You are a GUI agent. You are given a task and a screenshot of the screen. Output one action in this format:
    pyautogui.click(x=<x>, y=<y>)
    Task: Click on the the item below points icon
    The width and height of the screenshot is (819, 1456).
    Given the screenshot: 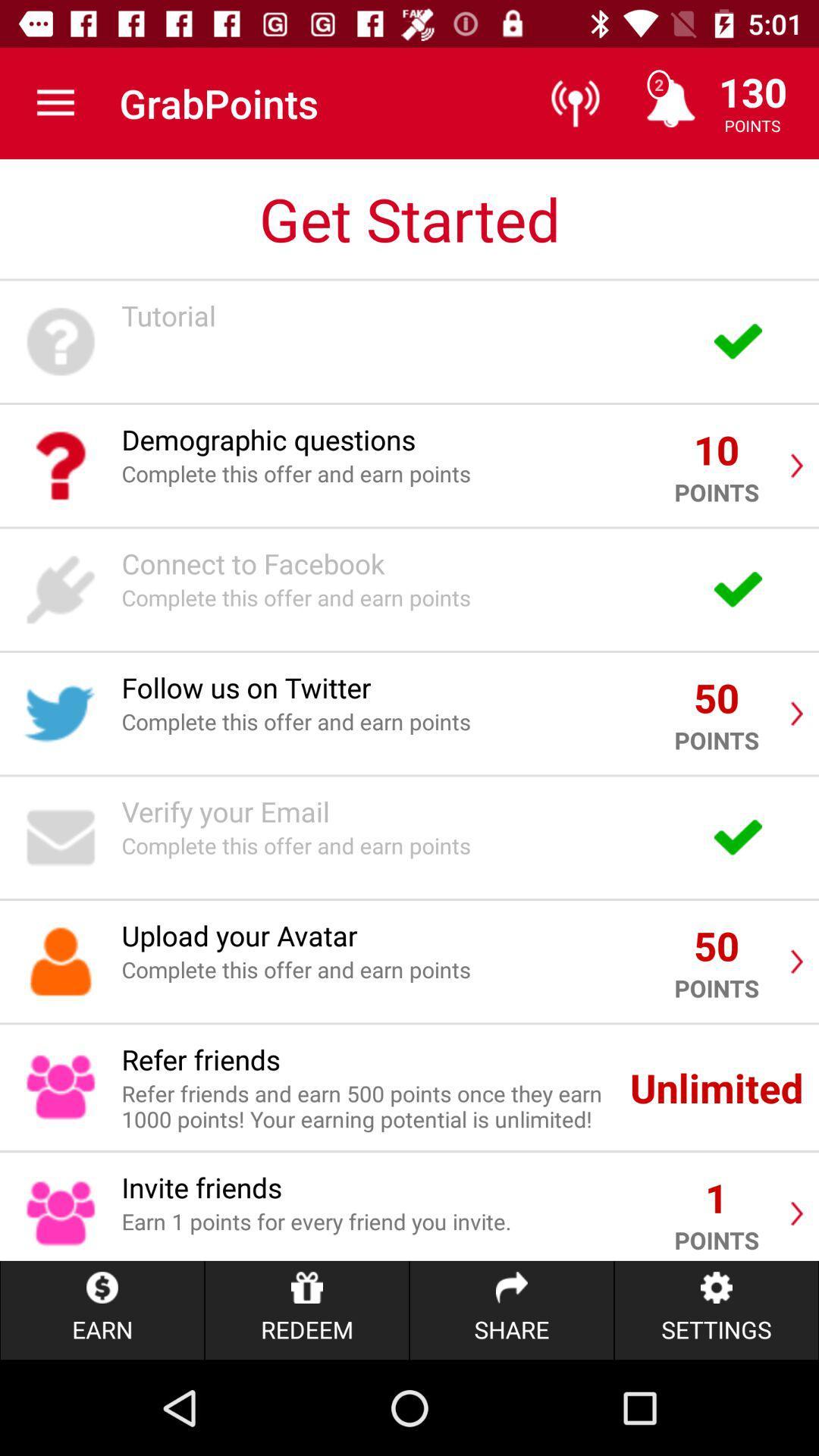 What is the action you would take?
    pyautogui.click(x=717, y=1310)
    